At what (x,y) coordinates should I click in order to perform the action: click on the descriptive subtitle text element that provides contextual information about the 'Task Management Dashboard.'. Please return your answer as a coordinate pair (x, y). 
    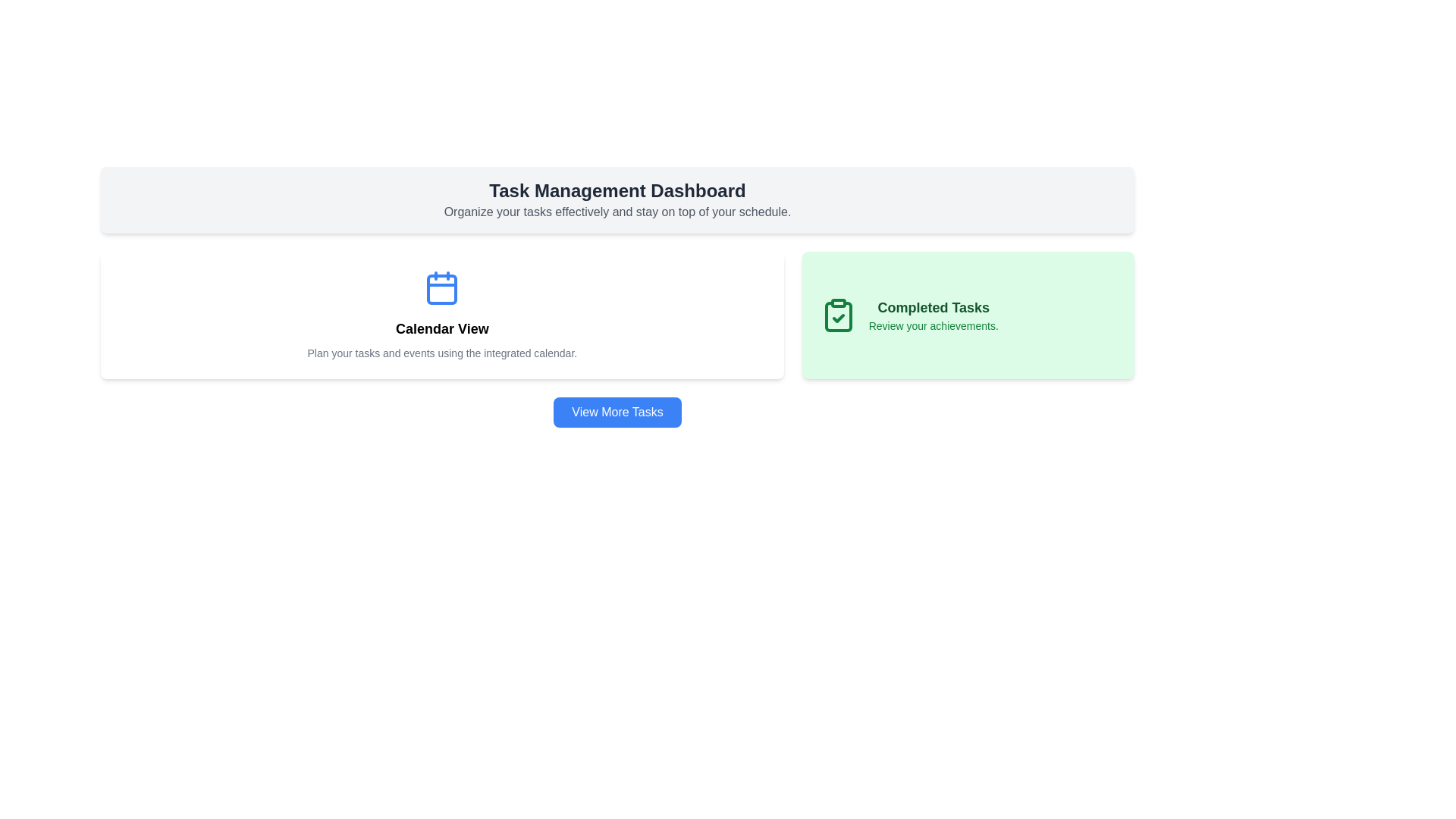
    Looking at the image, I should click on (617, 212).